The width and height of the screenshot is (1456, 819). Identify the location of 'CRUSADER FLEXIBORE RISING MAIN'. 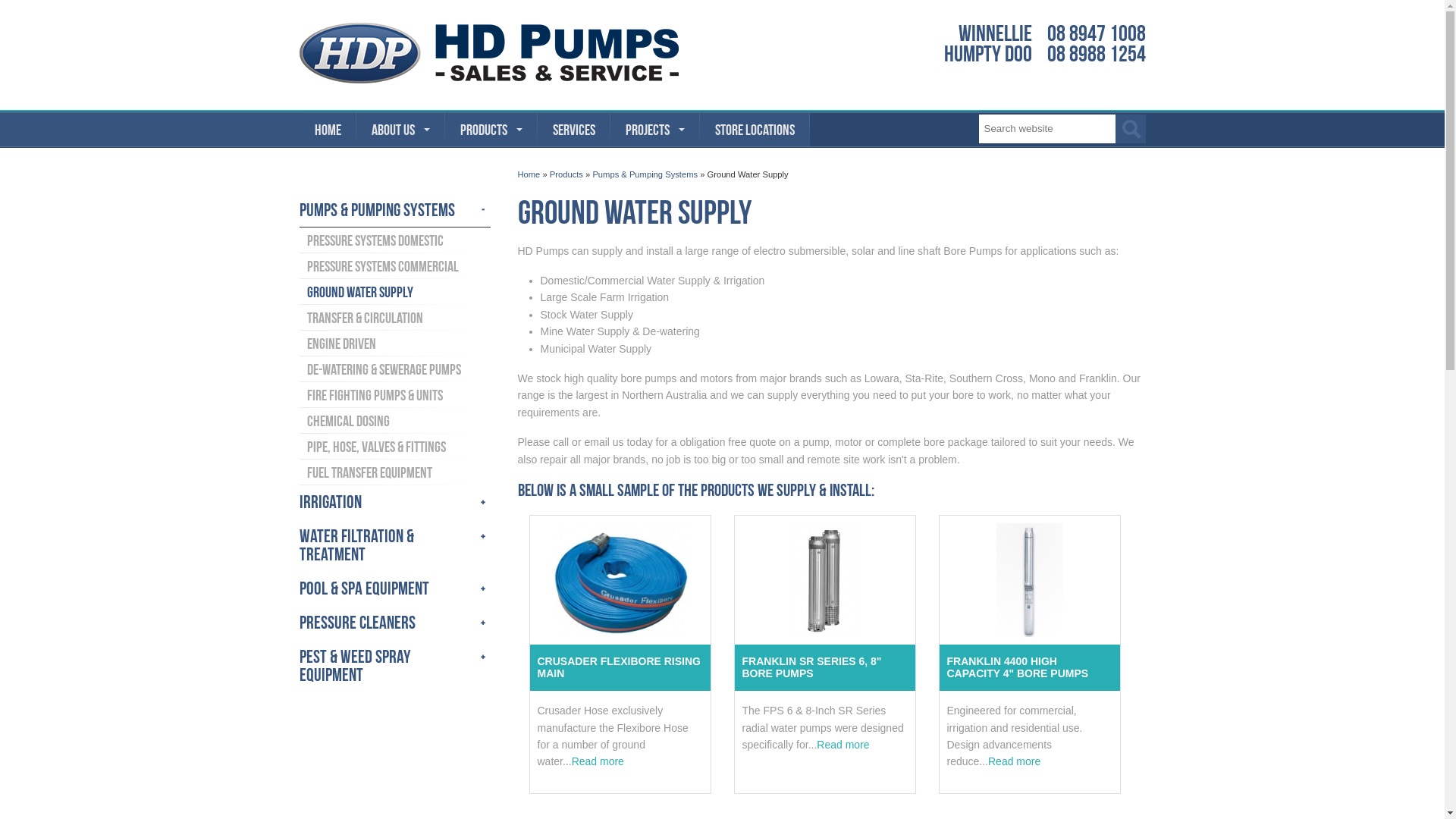
(529, 667).